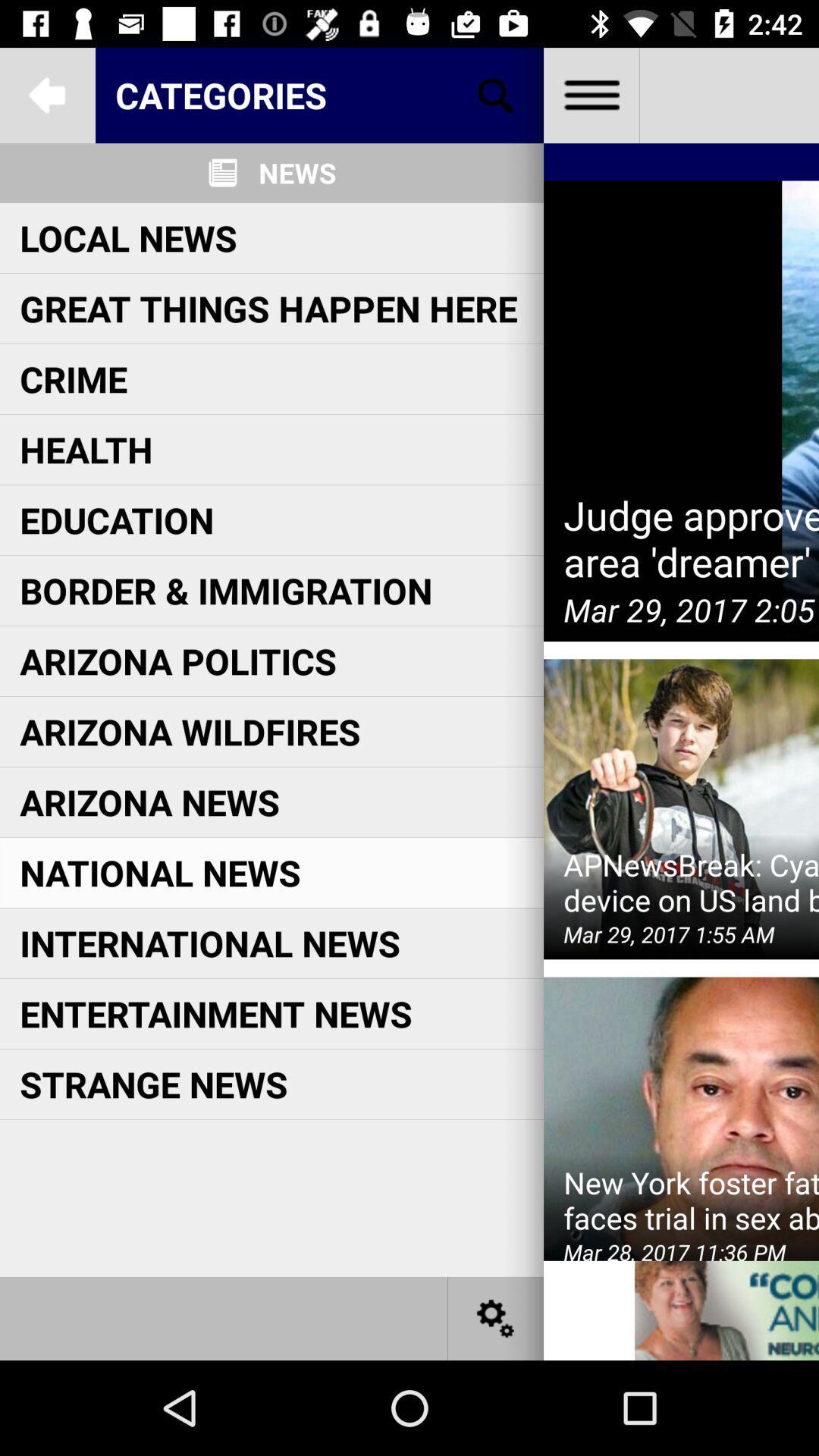 The width and height of the screenshot is (819, 1456). I want to click on the settings icon, so click(496, 1317).